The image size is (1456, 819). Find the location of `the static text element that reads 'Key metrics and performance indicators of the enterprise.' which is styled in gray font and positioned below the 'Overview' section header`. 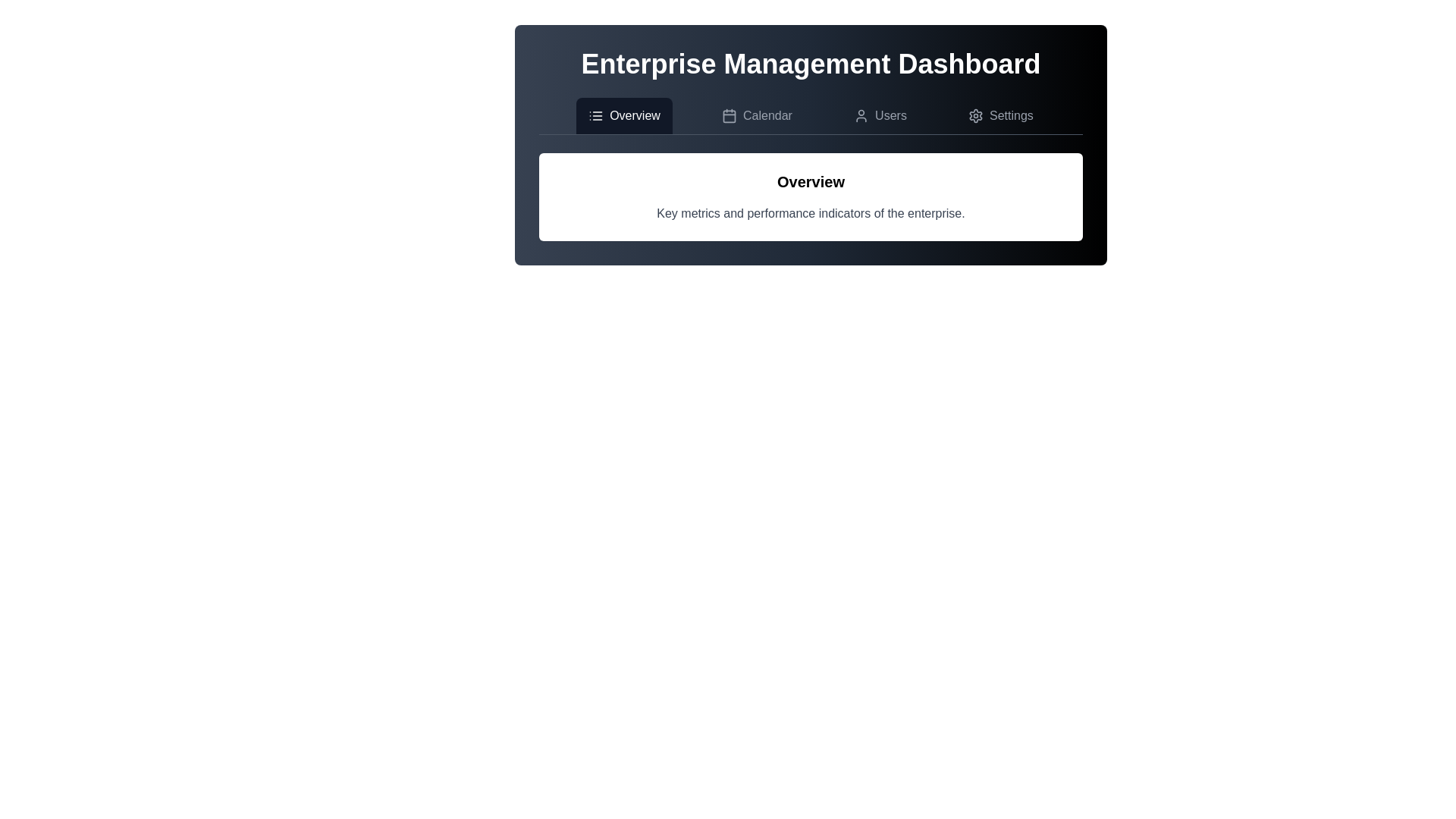

the static text element that reads 'Key metrics and performance indicators of the enterprise.' which is styled in gray font and positioned below the 'Overview' section header is located at coordinates (810, 213).